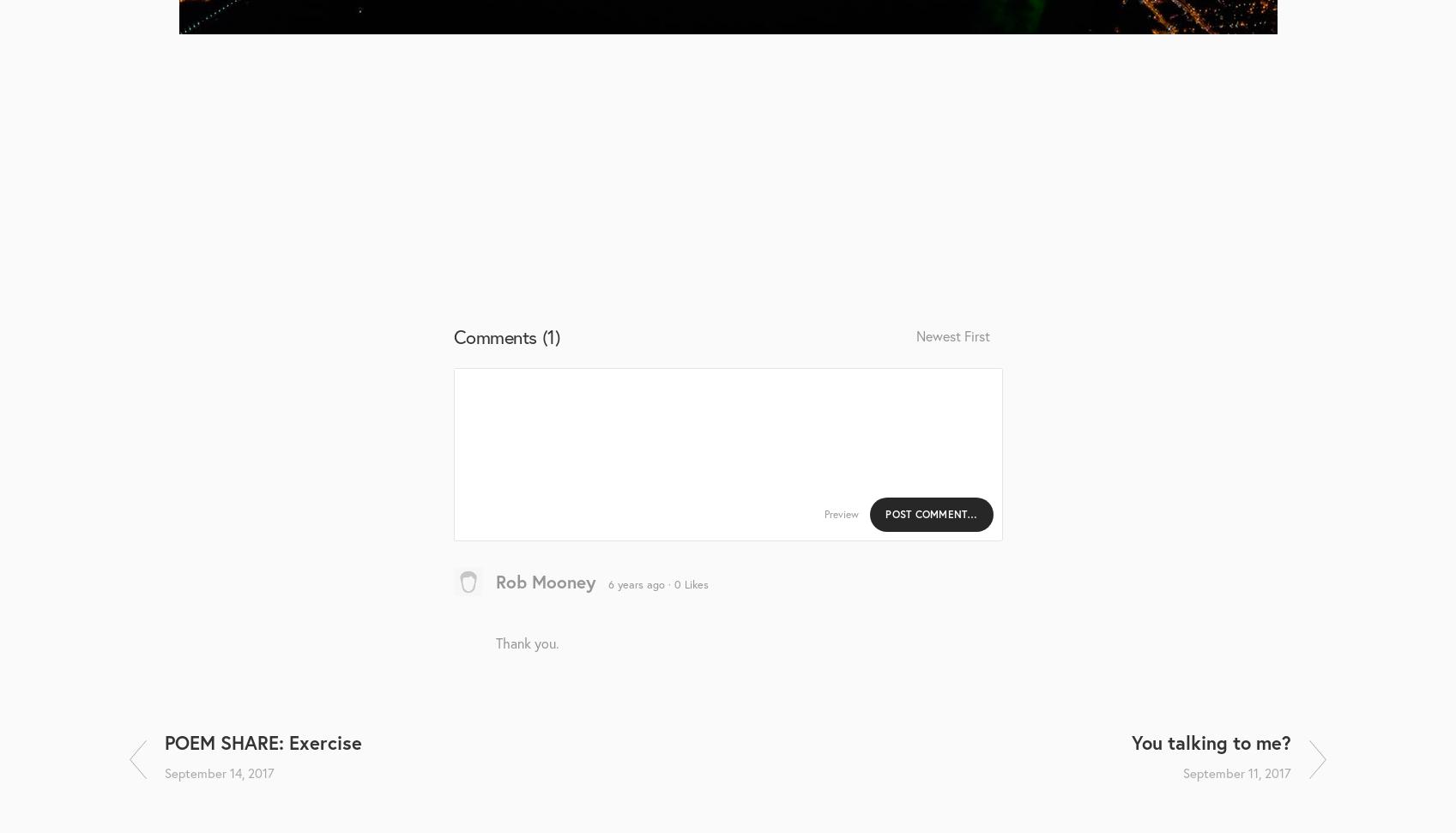 Image resolution: width=1456 pixels, height=833 pixels. What do you see at coordinates (931, 512) in the screenshot?
I see `'Post Comment…'` at bounding box center [931, 512].